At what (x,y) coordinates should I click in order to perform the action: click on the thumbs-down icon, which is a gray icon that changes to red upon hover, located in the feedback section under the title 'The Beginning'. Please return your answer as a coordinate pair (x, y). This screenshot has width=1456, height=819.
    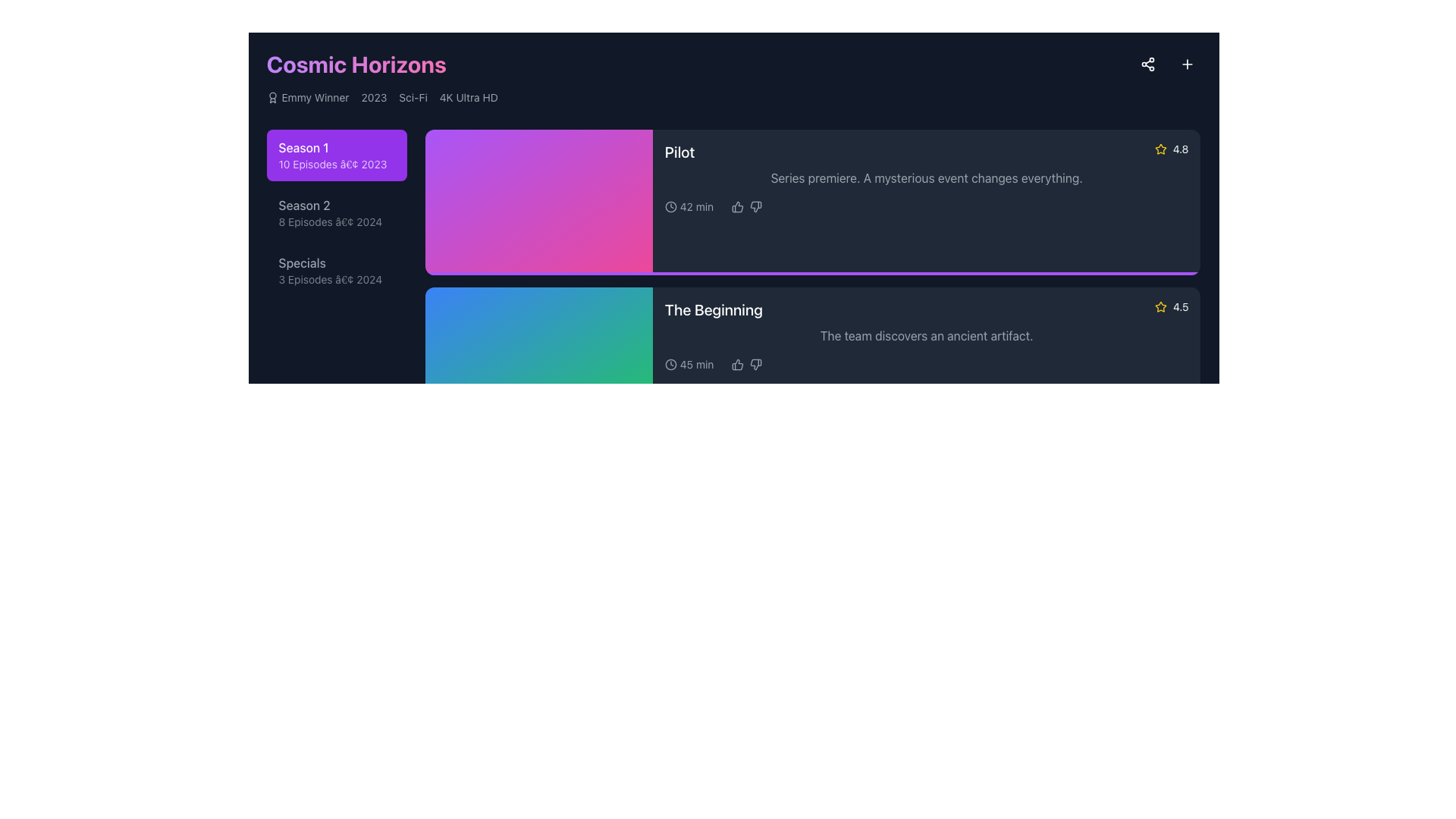
    Looking at the image, I should click on (756, 365).